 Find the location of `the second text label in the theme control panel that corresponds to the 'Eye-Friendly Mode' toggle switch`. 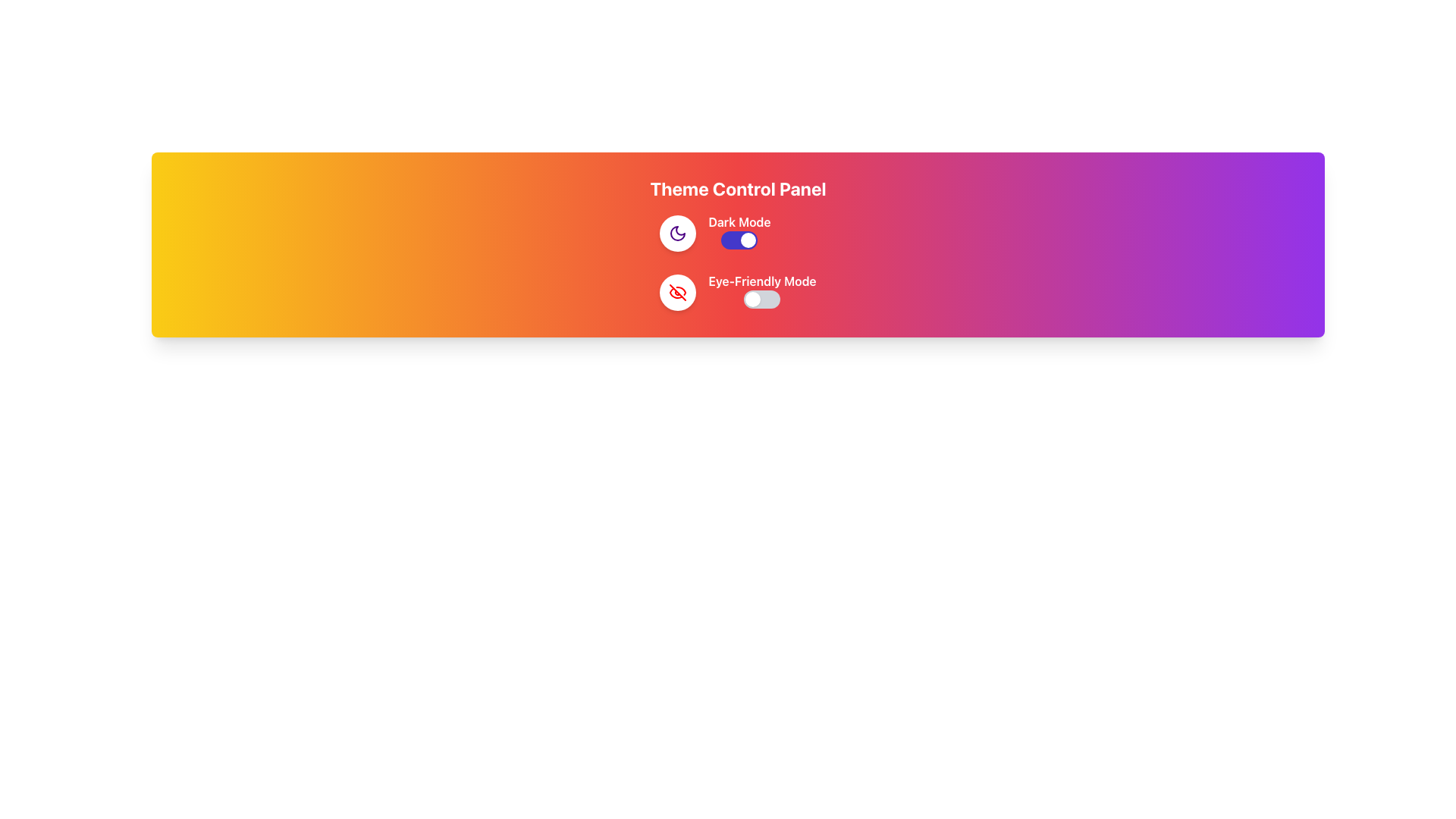

the second text label in the theme control panel that corresponds to the 'Eye-Friendly Mode' toggle switch is located at coordinates (762, 281).